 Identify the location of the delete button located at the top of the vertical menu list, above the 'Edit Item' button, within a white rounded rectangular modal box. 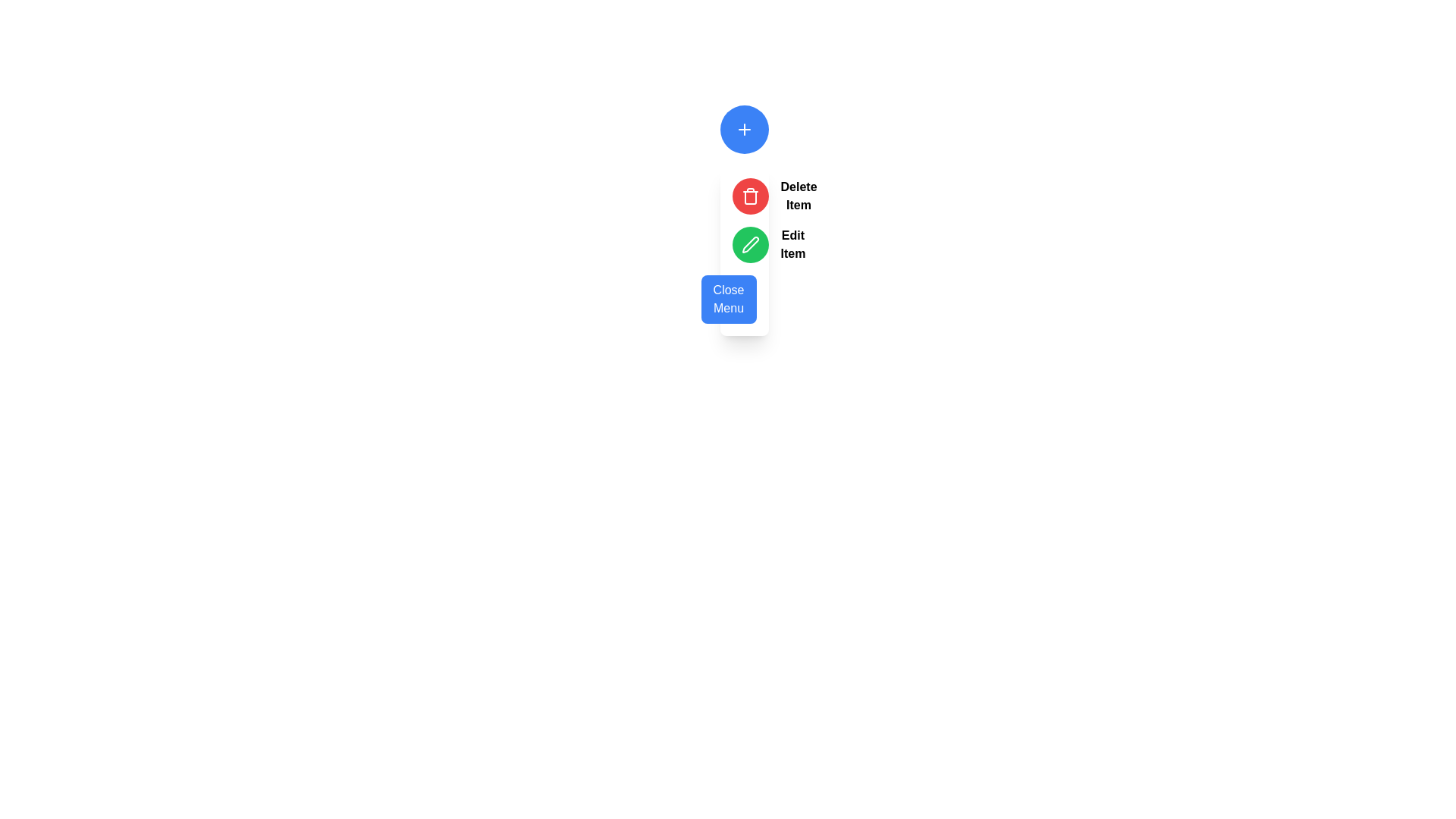
(744, 195).